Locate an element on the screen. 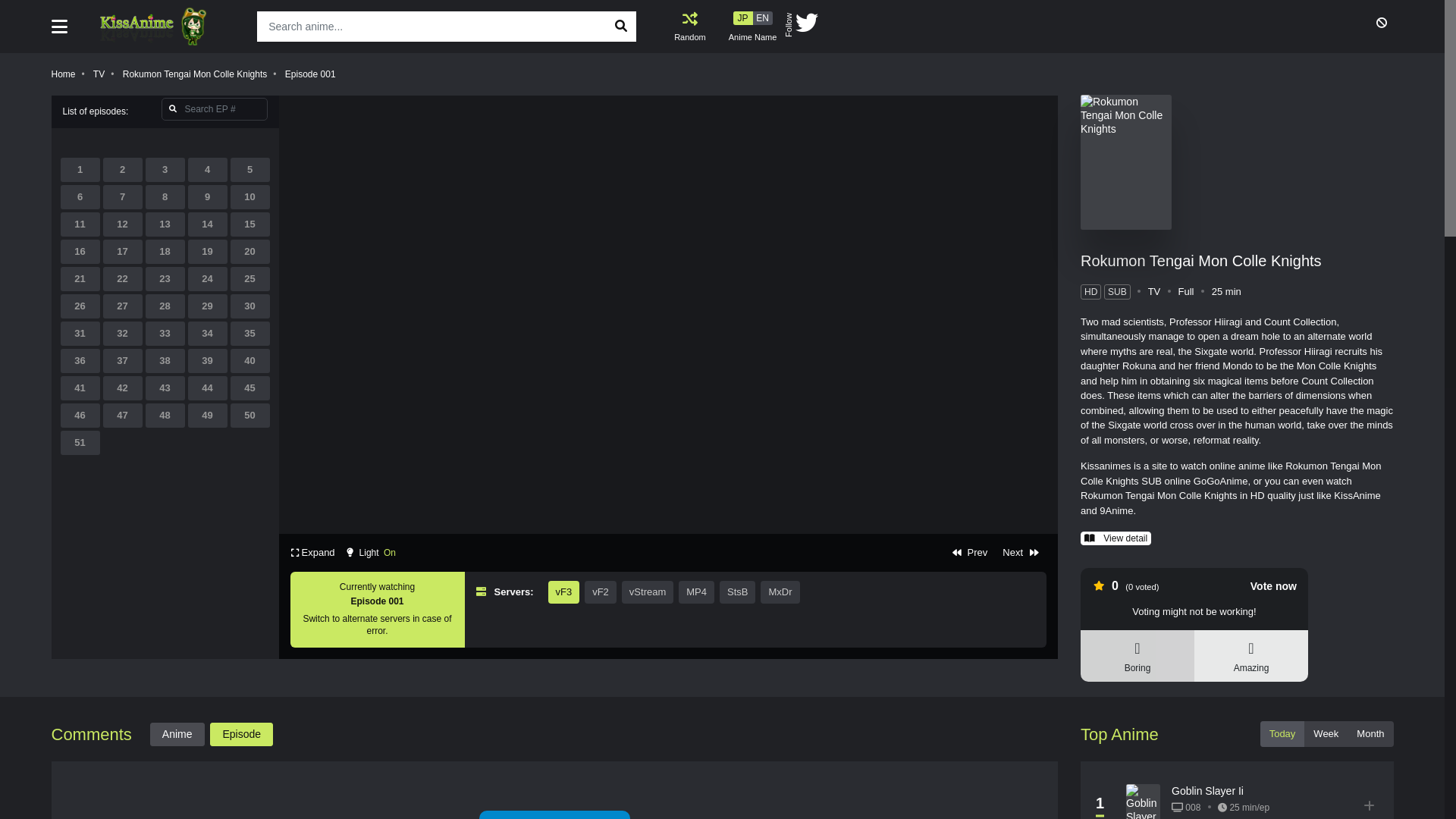 The width and height of the screenshot is (1456, 819). 'Today' is located at coordinates (1282, 733).